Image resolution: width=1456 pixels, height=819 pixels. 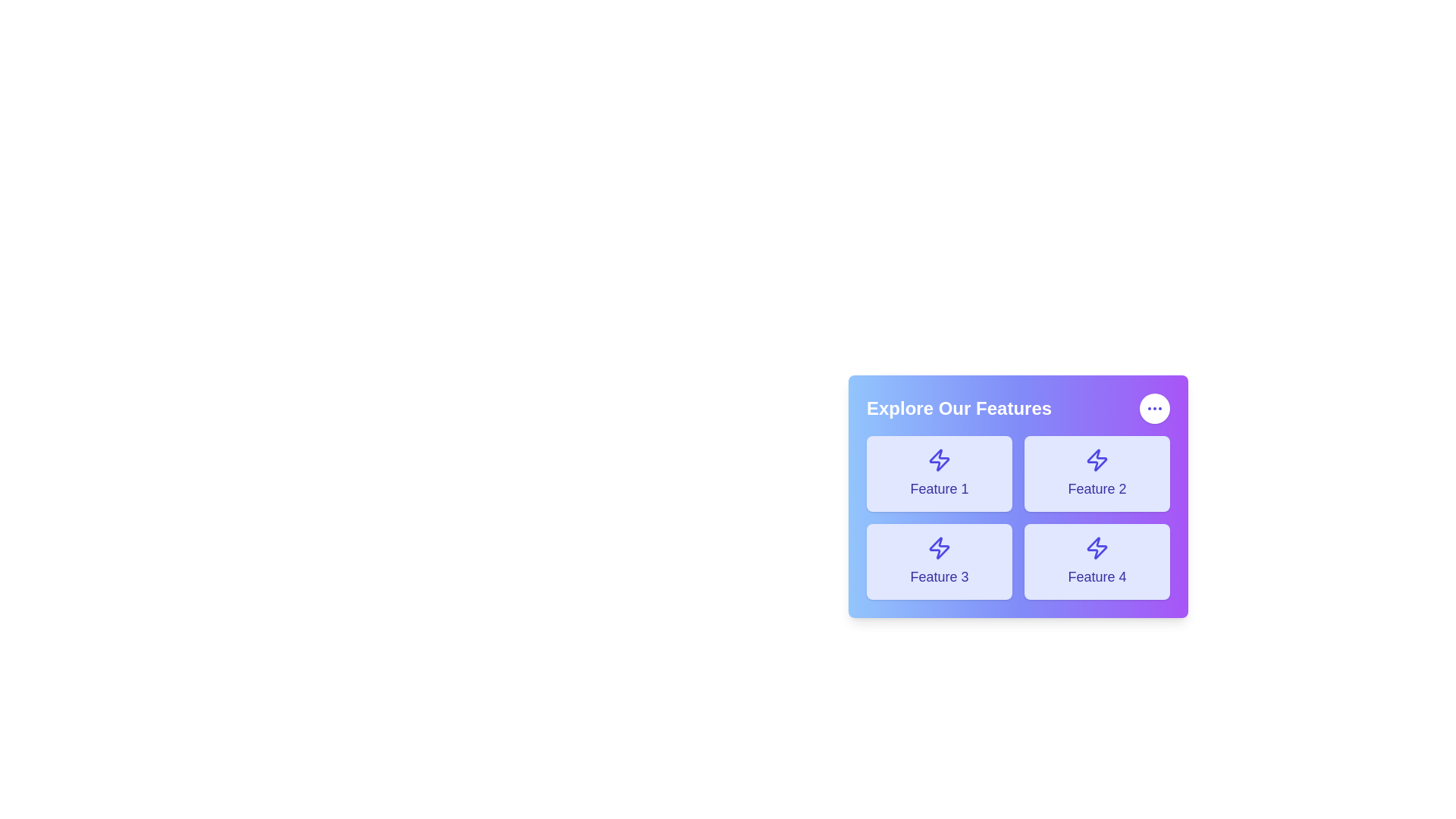 I want to click on text label located at the bottom center of the light-indigo-colored 'Feature 3' card within the 'Explore Our Features' panel, so click(x=938, y=576).